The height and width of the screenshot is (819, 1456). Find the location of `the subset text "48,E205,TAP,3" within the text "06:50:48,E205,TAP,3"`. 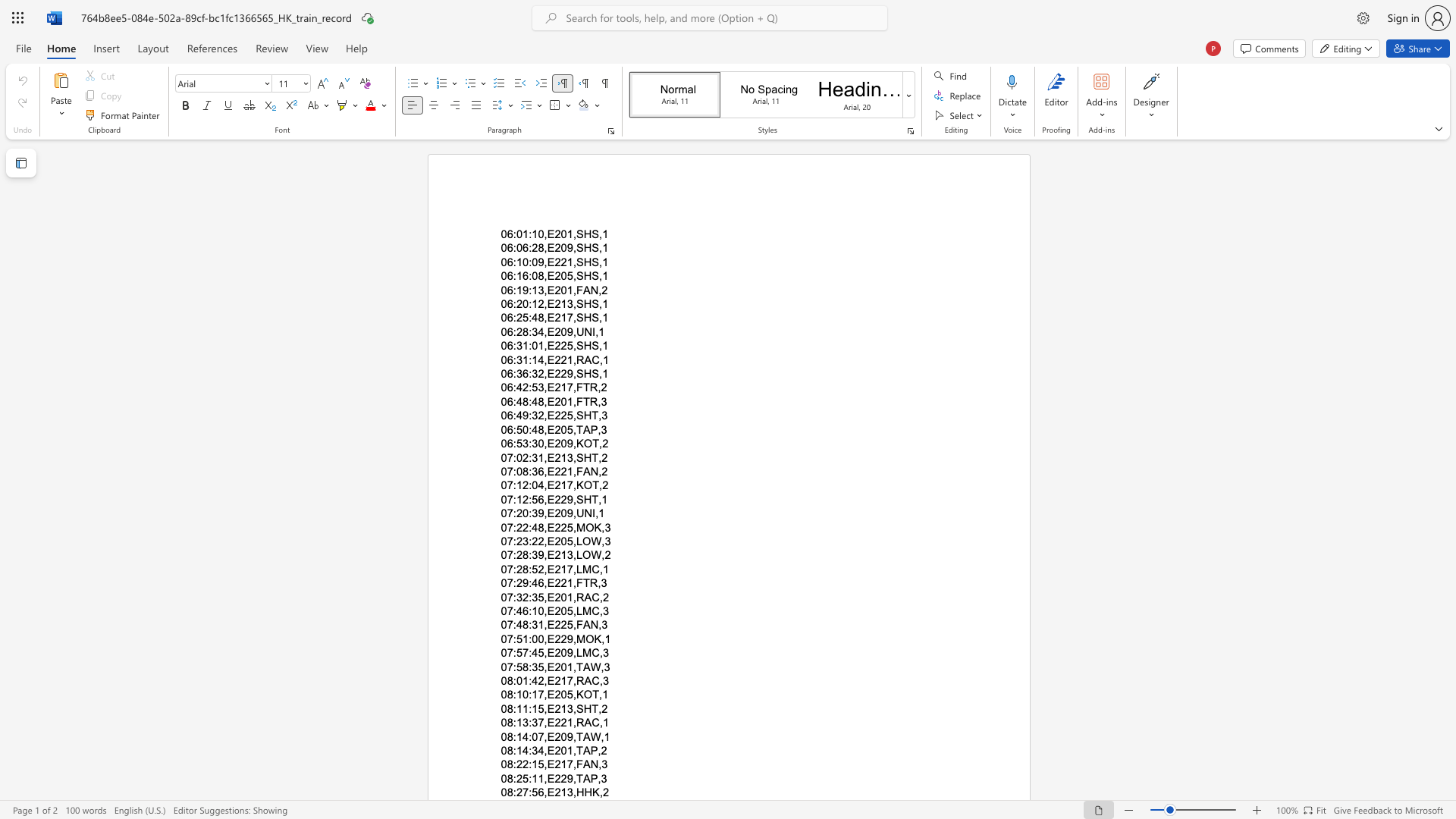

the subset text "48,E205,TAP,3" within the text "06:50:48,E205,TAP,3" is located at coordinates (532, 429).